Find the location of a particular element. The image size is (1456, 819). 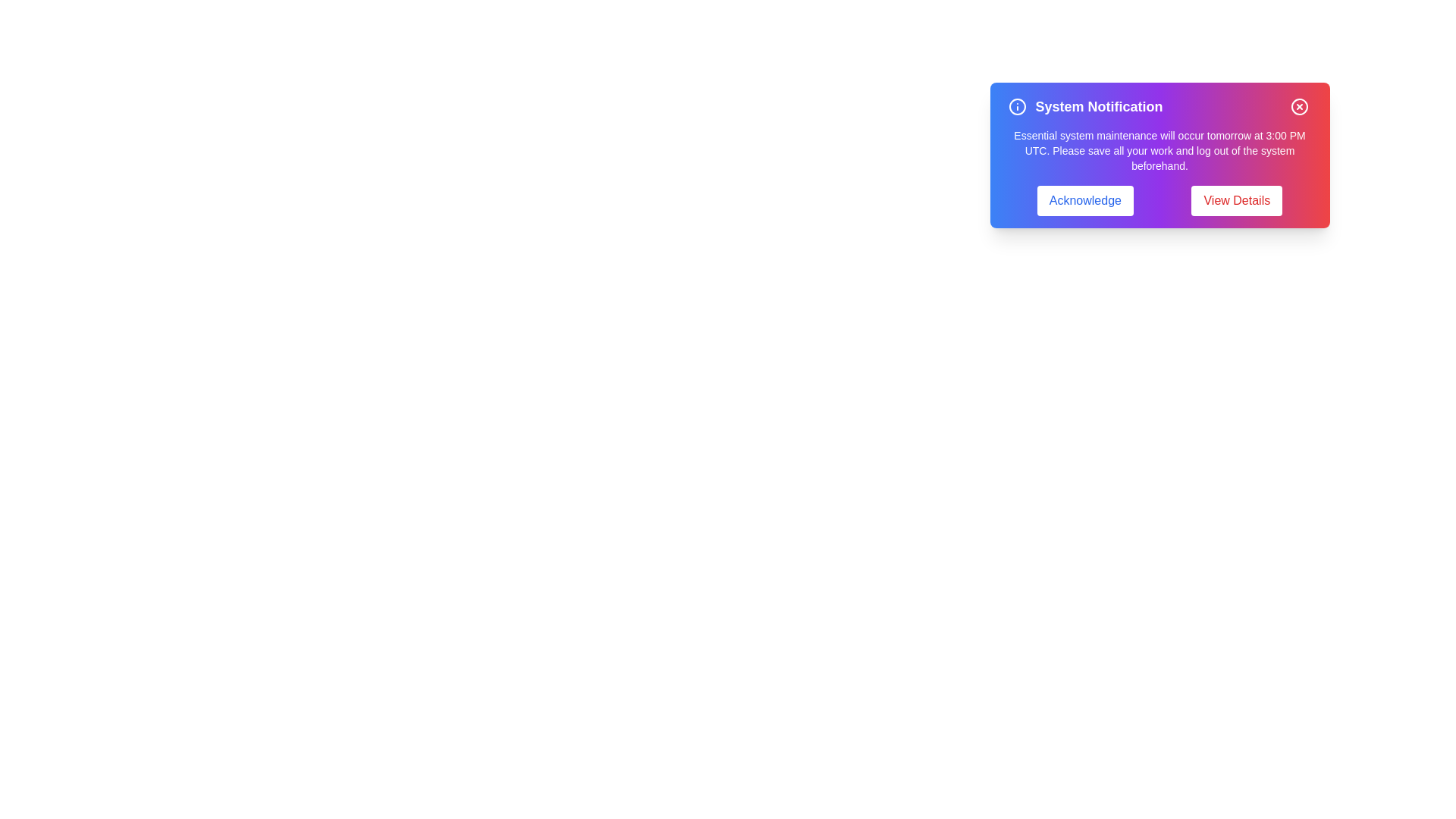

the 'View Details' button is located at coordinates (1237, 200).